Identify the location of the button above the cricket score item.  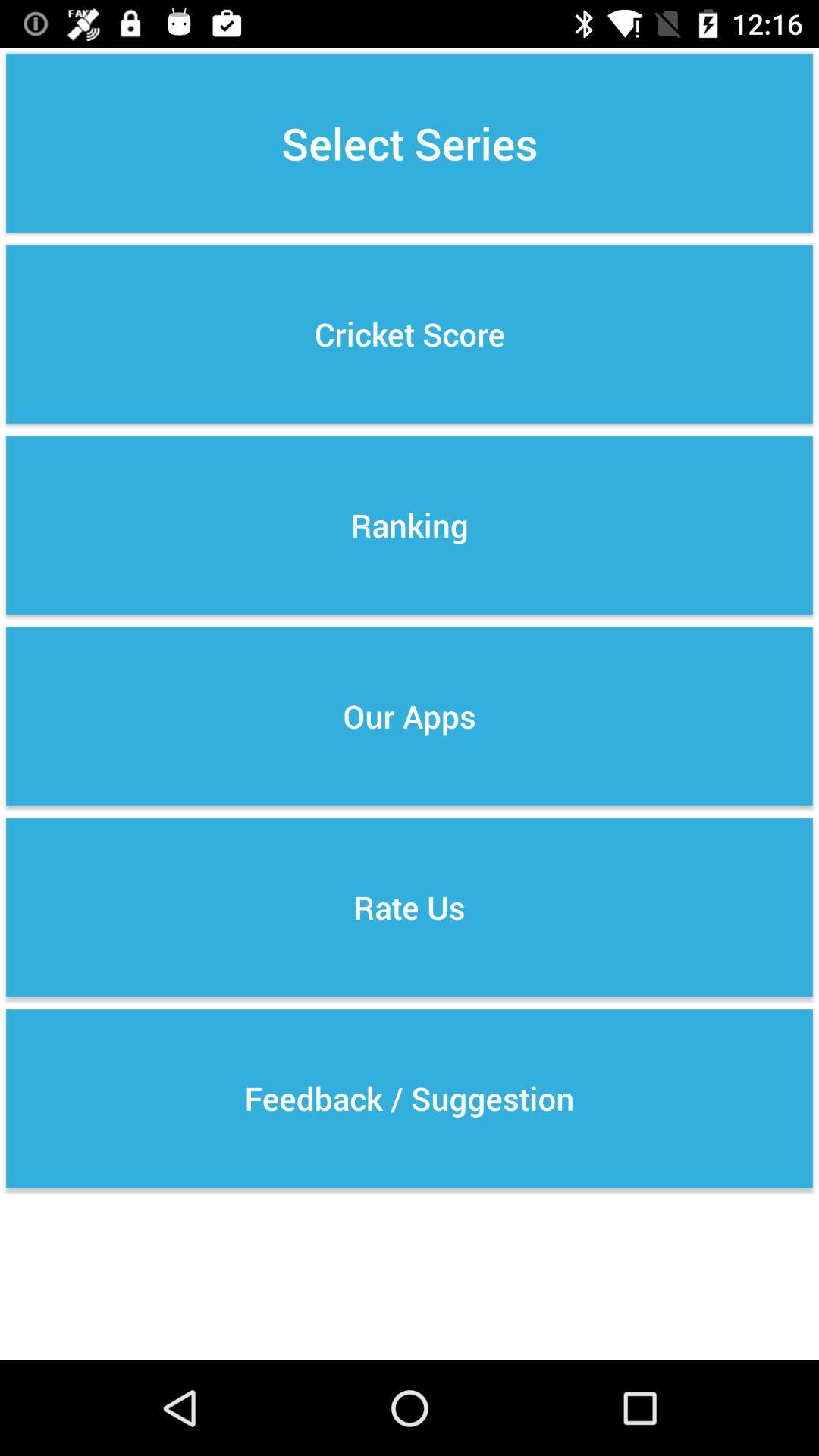
(409, 143).